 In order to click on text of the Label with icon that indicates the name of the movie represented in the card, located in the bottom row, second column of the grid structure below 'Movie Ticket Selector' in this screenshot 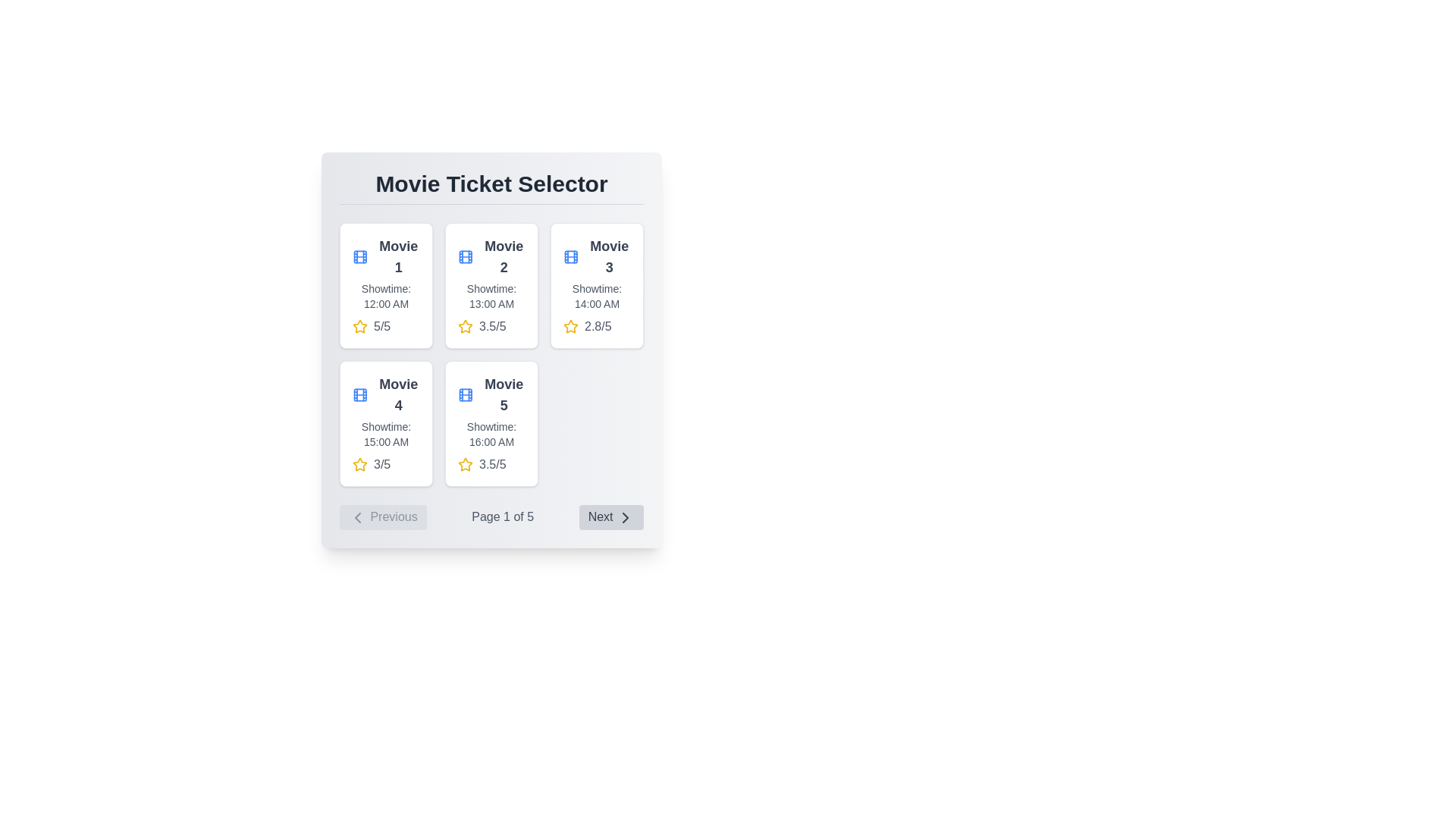, I will do `click(491, 394)`.